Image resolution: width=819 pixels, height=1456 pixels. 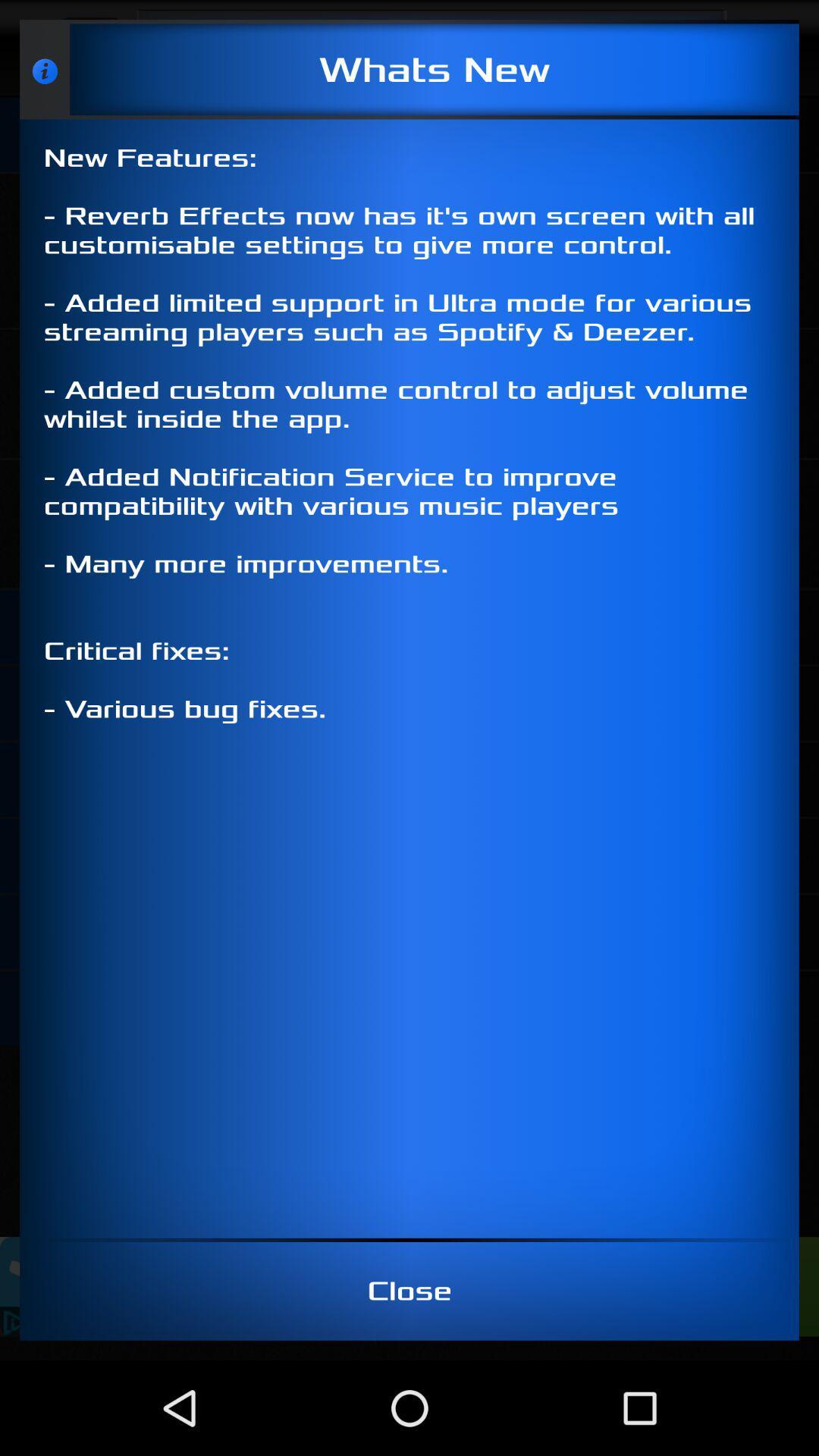 What do you see at coordinates (409, 678) in the screenshot?
I see `icon at the center` at bounding box center [409, 678].